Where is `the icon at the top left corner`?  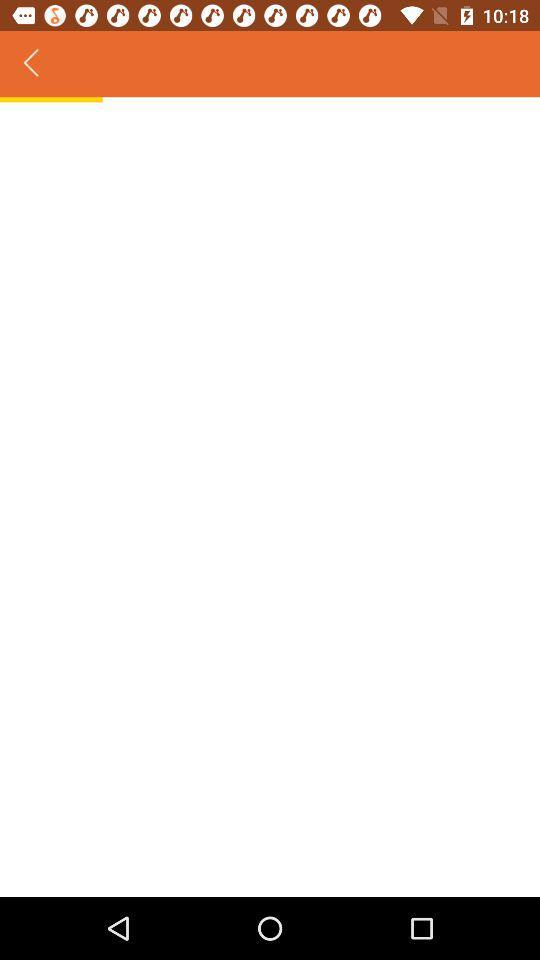
the icon at the top left corner is located at coordinates (31, 64).